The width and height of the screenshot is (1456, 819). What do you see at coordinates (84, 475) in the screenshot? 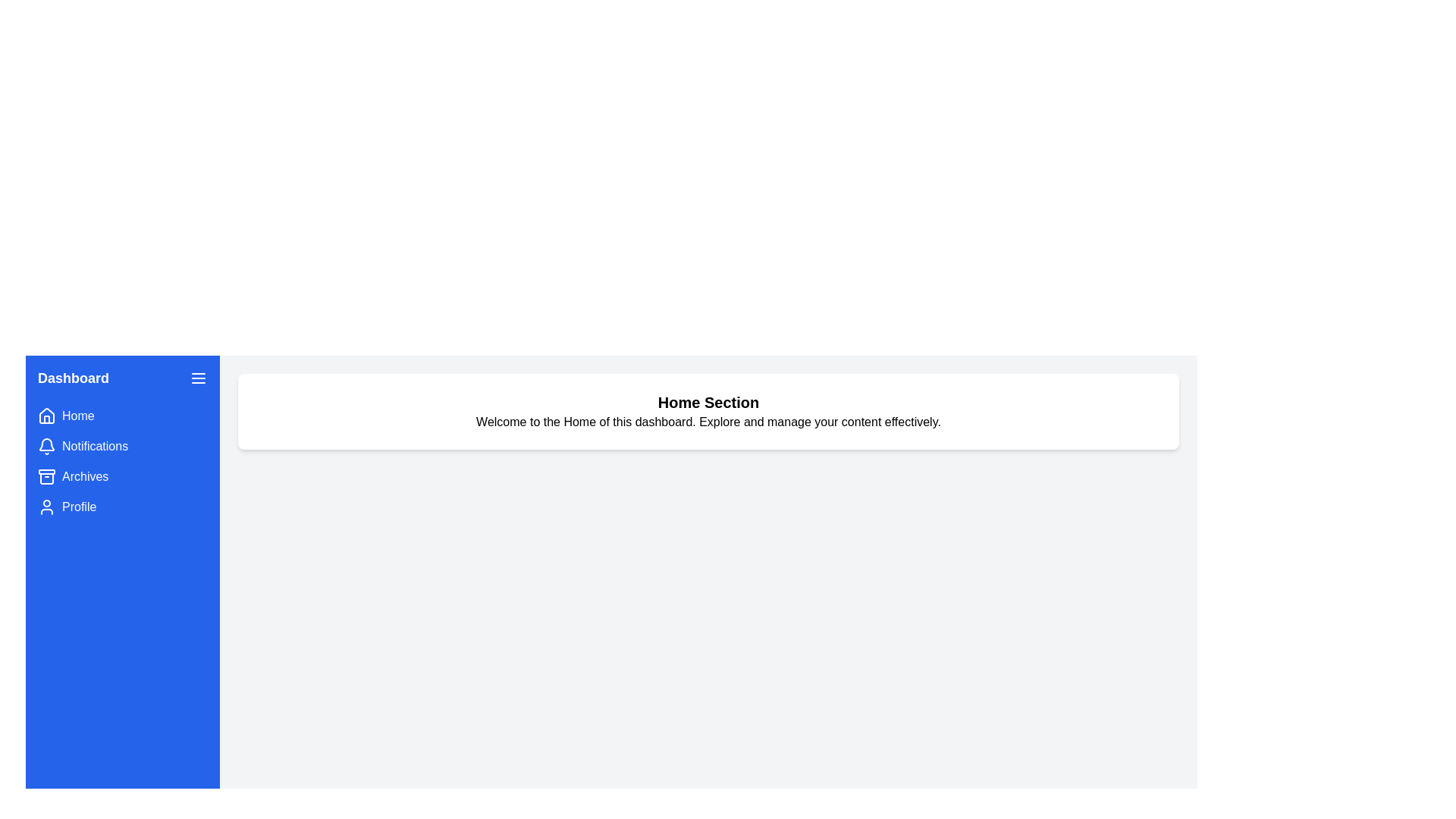
I see `the 'Archives' text label in the vertical navigation menu located in the left sidebar by moving the cursor to its center point` at bounding box center [84, 475].